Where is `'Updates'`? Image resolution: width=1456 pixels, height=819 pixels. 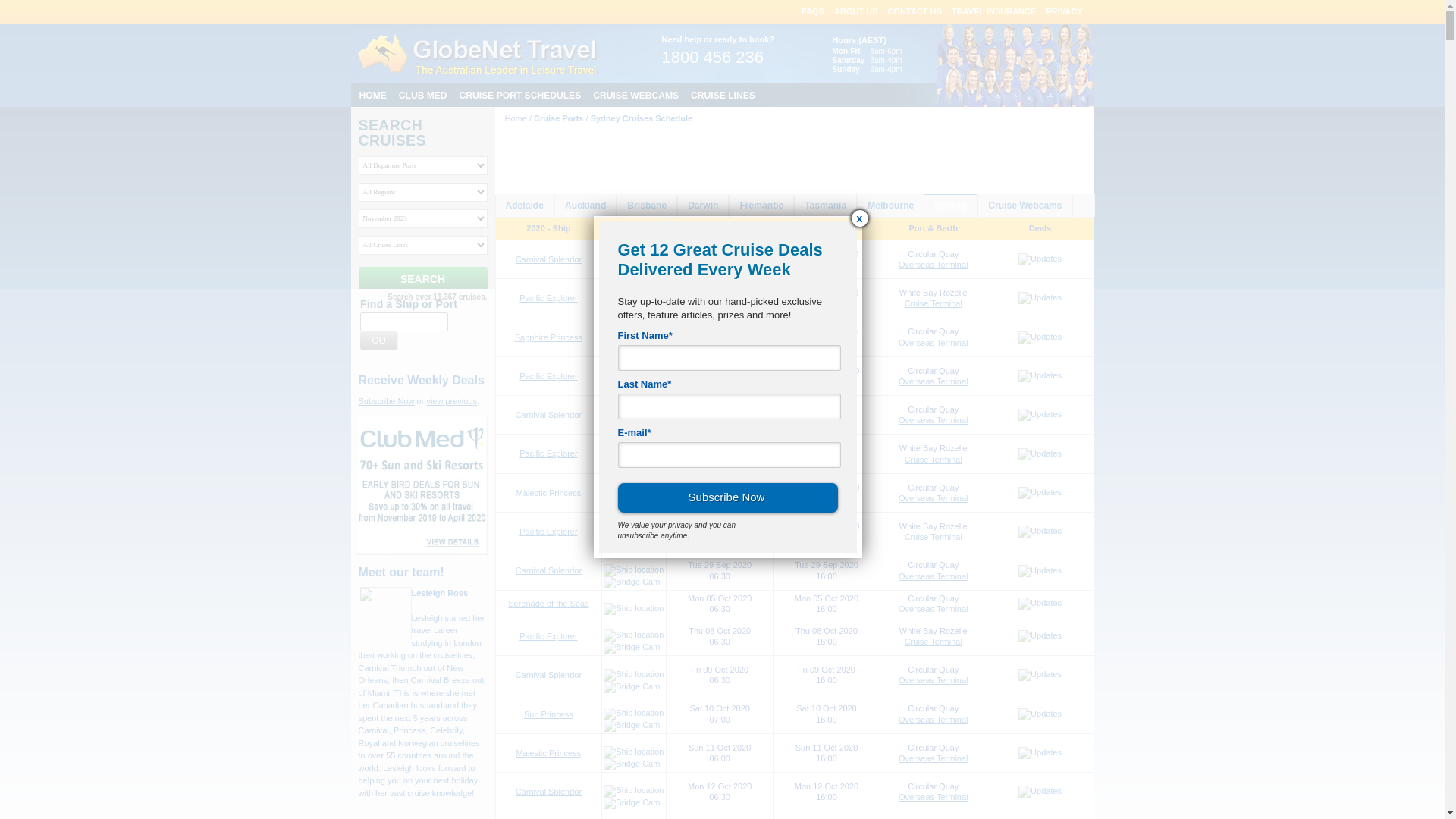
'Updates' is located at coordinates (1039, 415).